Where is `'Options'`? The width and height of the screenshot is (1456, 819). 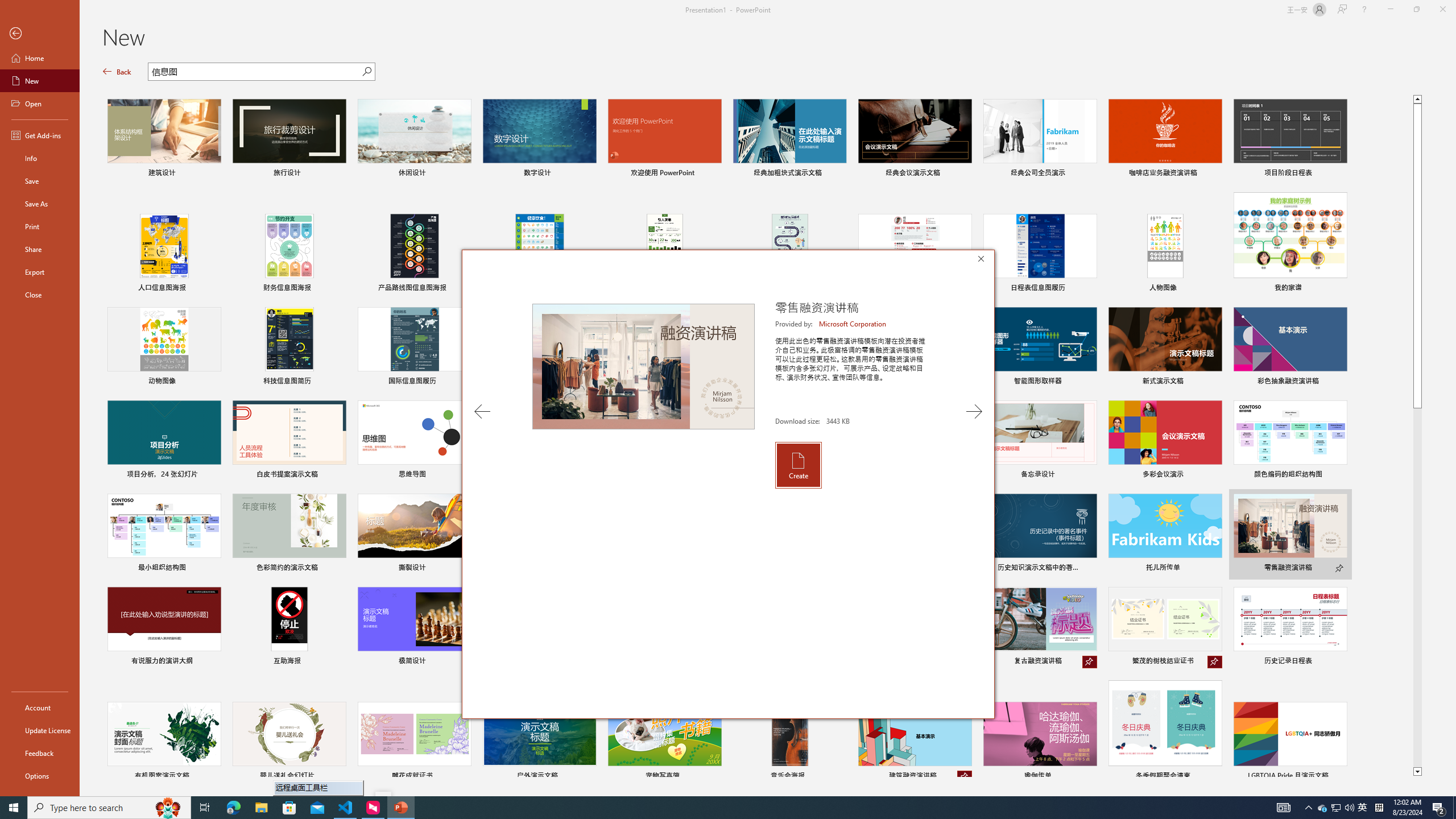
'Options' is located at coordinates (39, 775).